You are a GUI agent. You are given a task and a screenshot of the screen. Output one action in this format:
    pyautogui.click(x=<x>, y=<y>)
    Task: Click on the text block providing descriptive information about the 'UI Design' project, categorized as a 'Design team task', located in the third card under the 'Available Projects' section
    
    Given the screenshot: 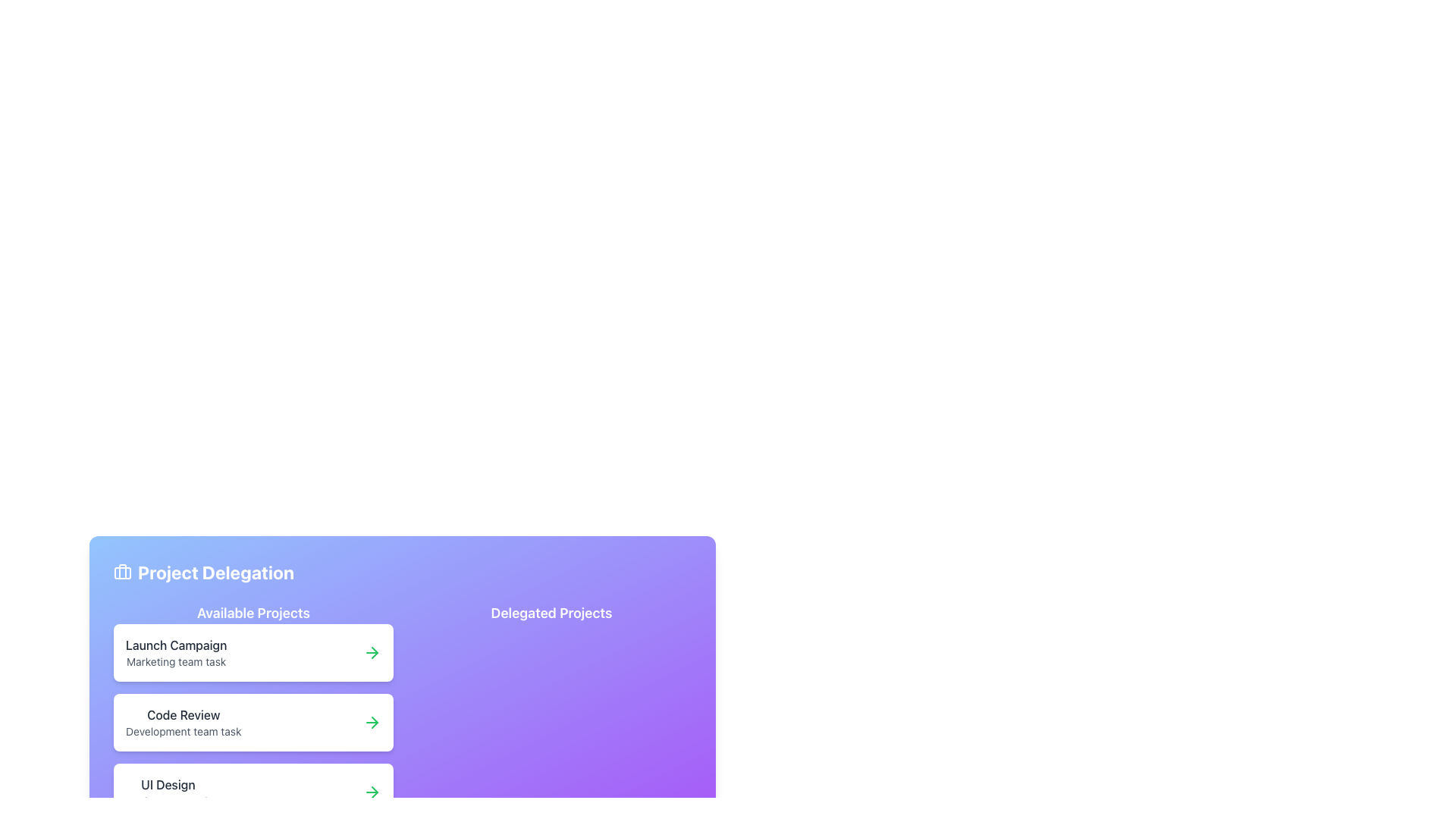 What is the action you would take?
    pyautogui.click(x=168, y=792)
    